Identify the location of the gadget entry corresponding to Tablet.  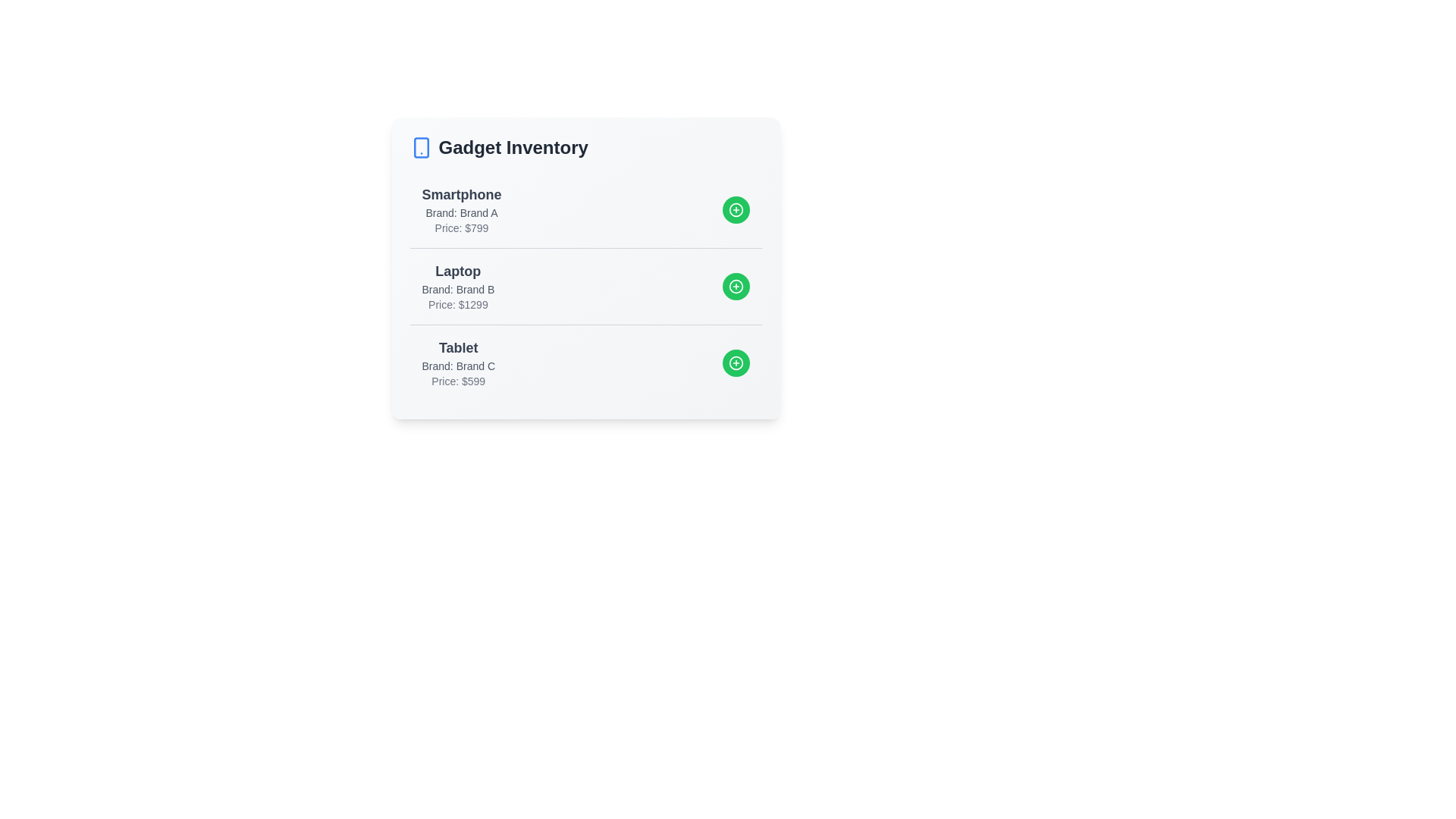
(585, 362).